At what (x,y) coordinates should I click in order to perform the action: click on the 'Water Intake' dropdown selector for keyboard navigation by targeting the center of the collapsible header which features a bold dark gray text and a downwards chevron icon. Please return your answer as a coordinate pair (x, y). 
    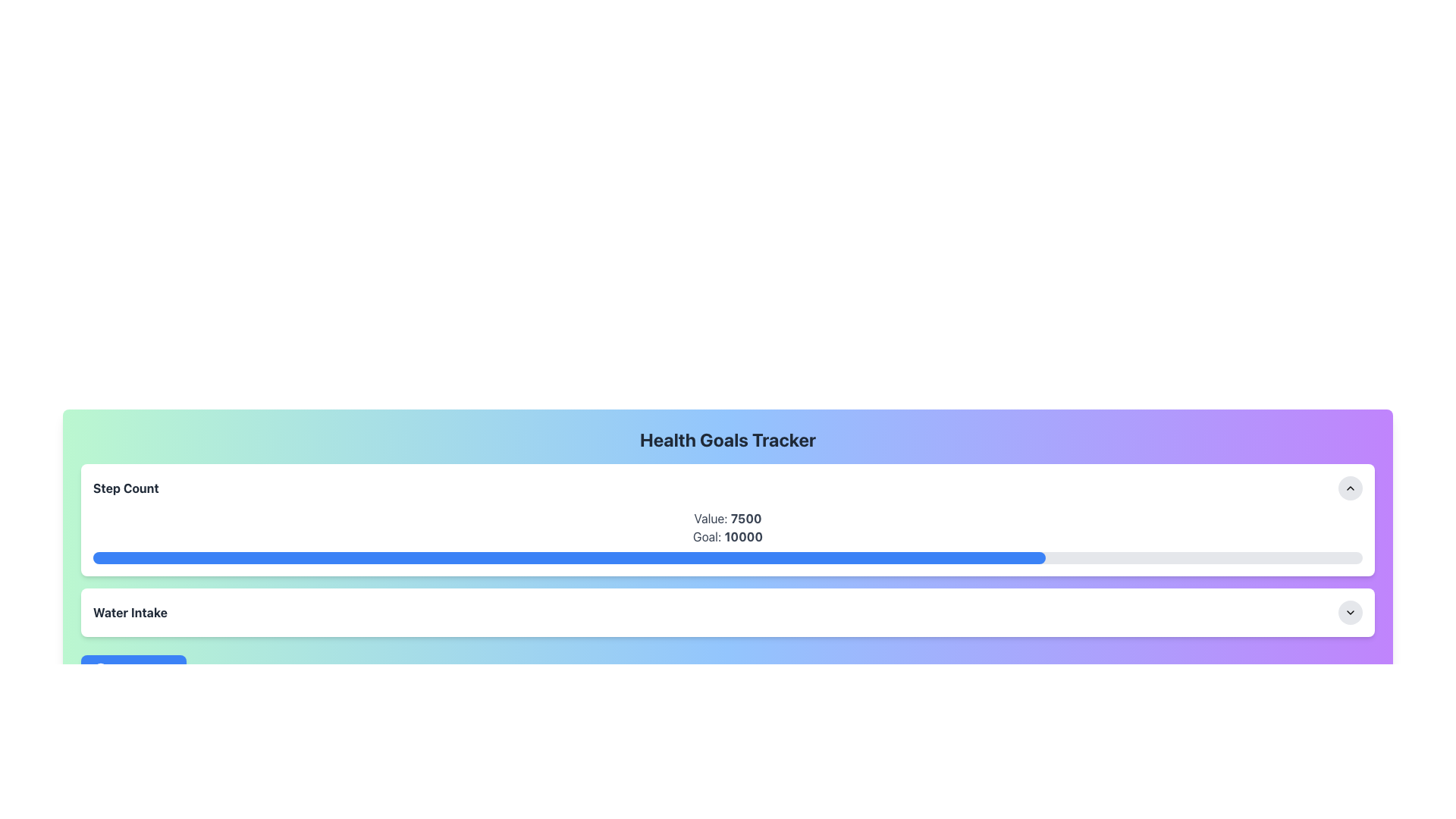
    Looking at the image, I should click on (728, 611).